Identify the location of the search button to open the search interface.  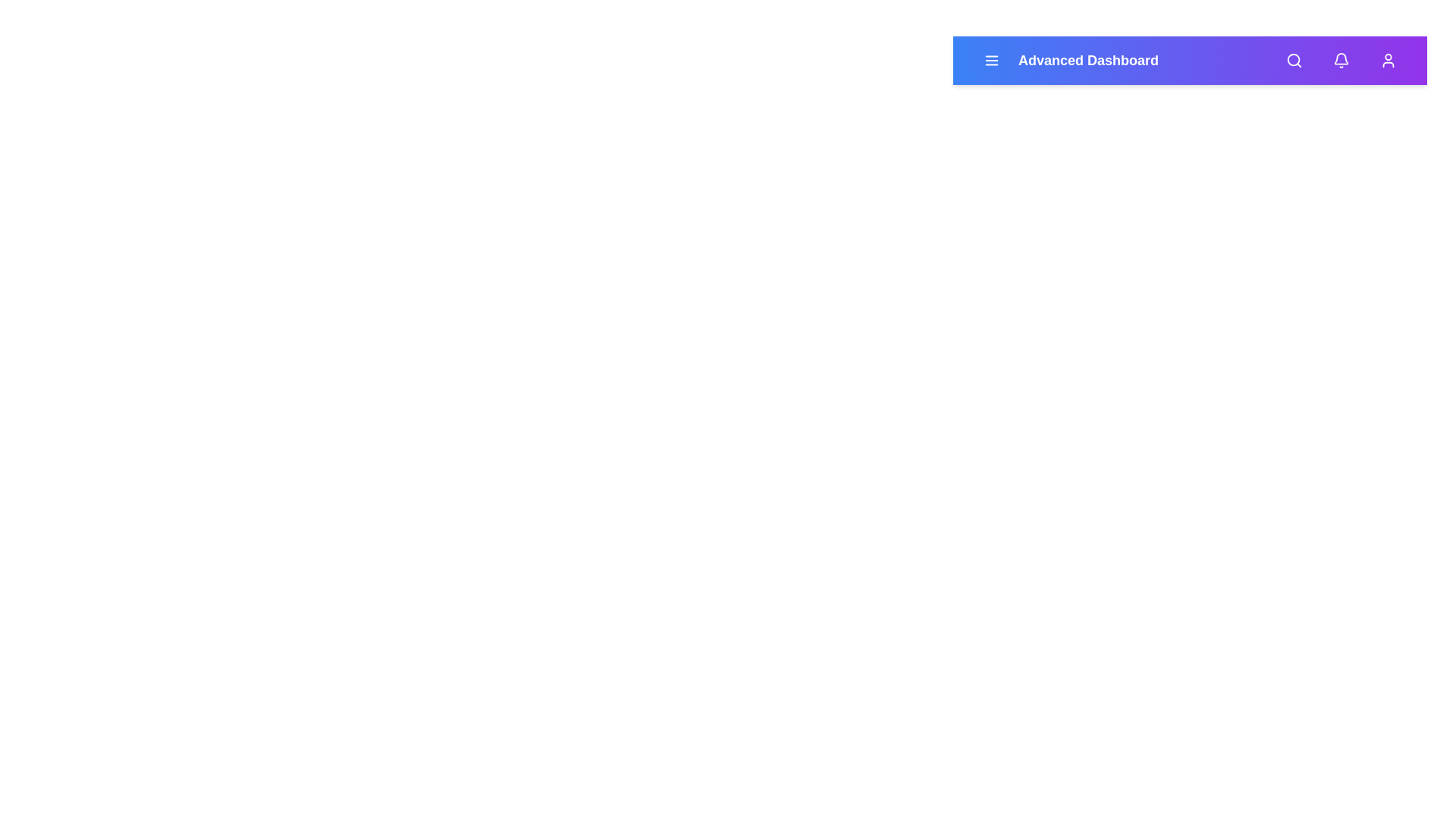
(1294, 60).